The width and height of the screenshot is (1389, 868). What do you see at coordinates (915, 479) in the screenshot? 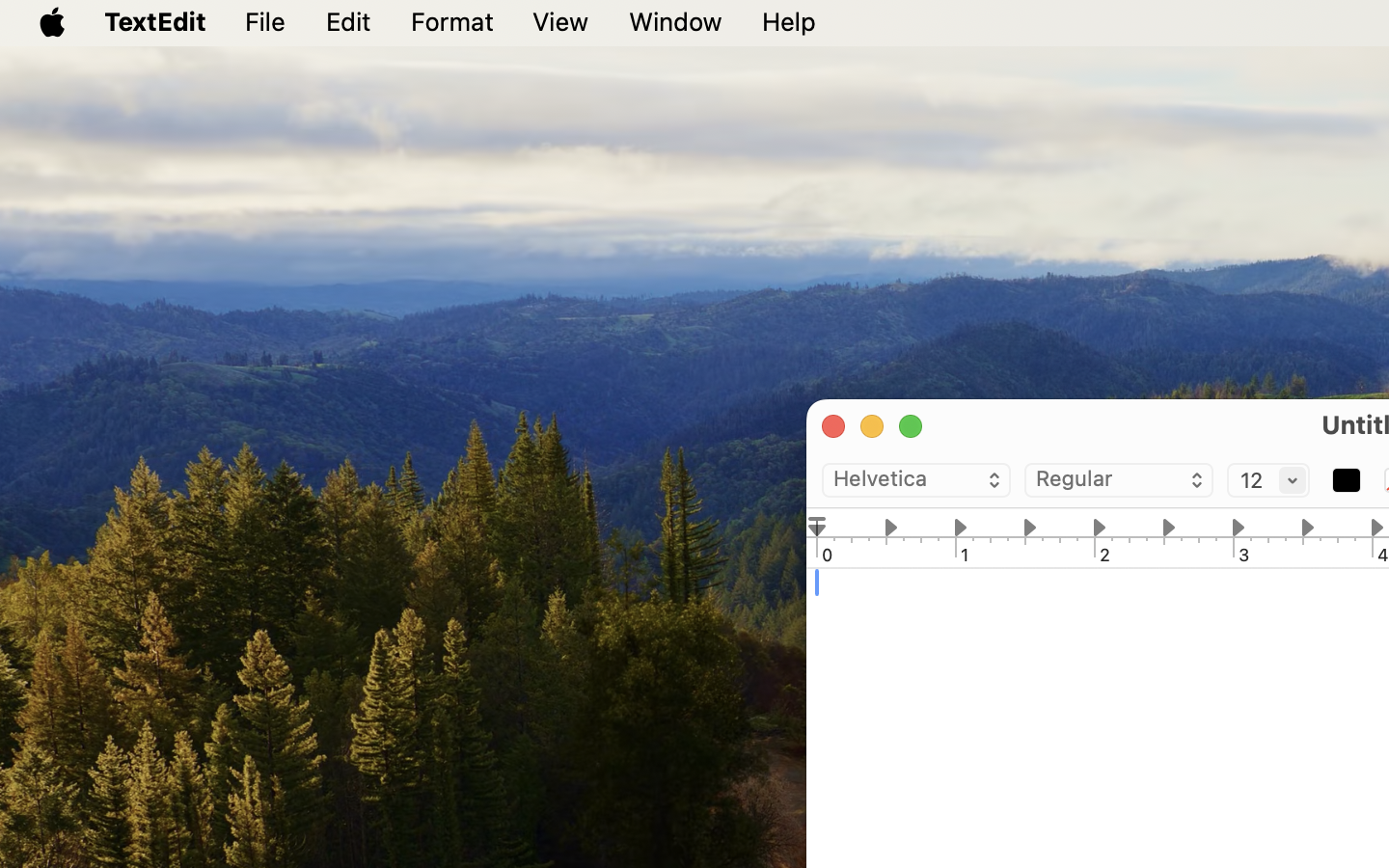
I see `'Helvetica'` at bounding box center [915, 479].